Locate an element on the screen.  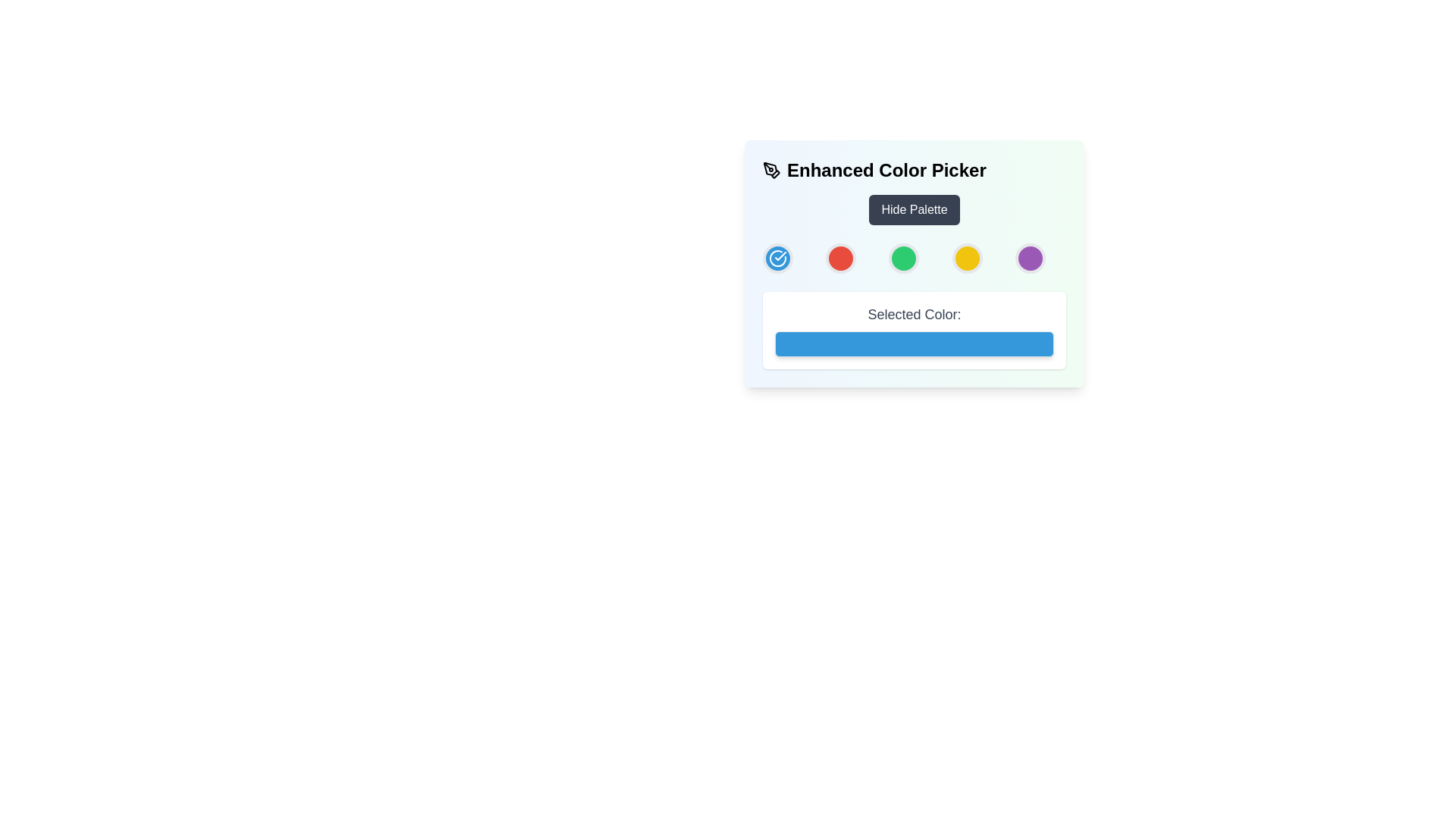
the second button in the color picker interface is located at coordinates (840, 257).